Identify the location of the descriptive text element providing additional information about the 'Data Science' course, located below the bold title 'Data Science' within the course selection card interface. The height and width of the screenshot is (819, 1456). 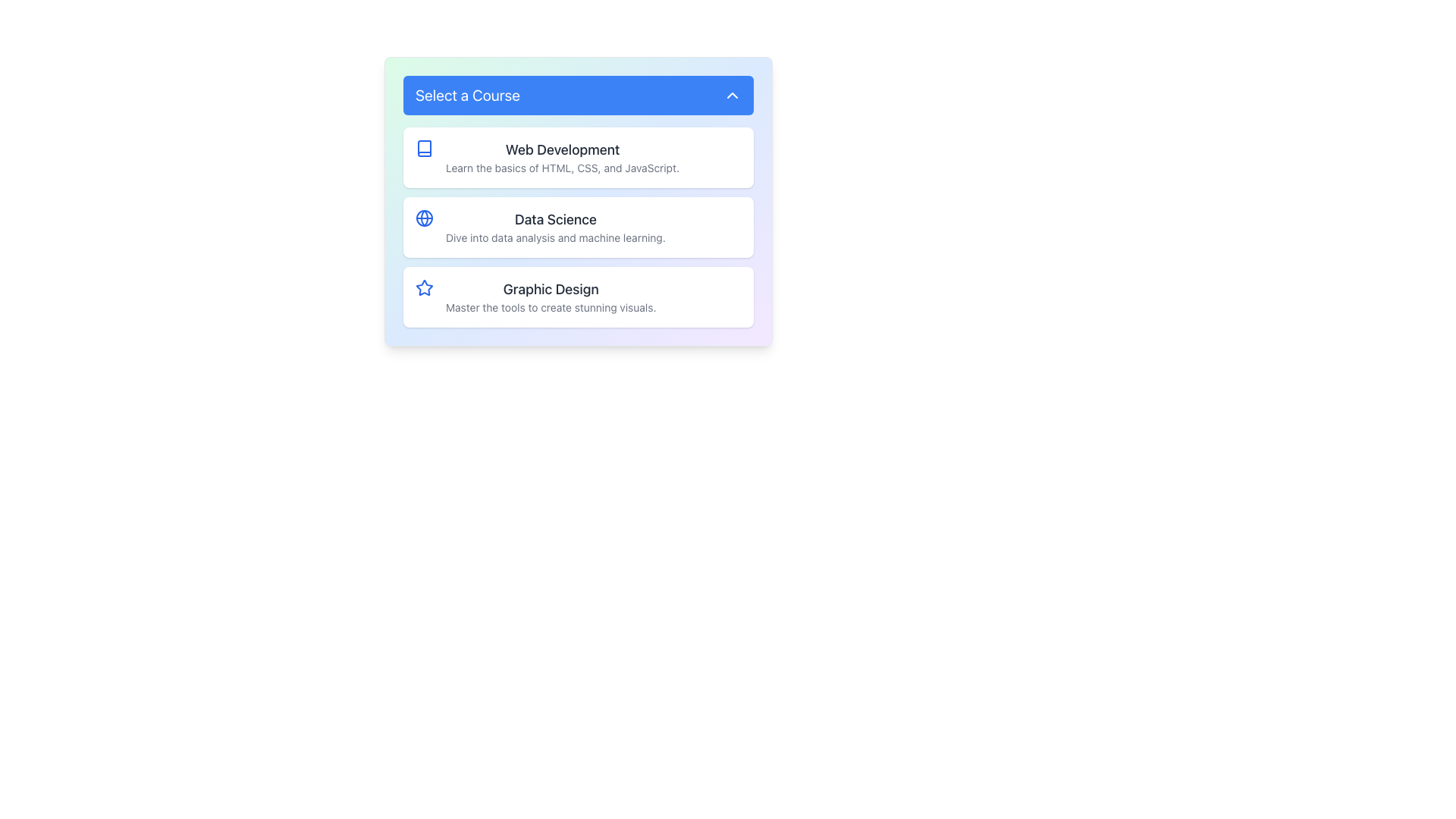
(554, 237).